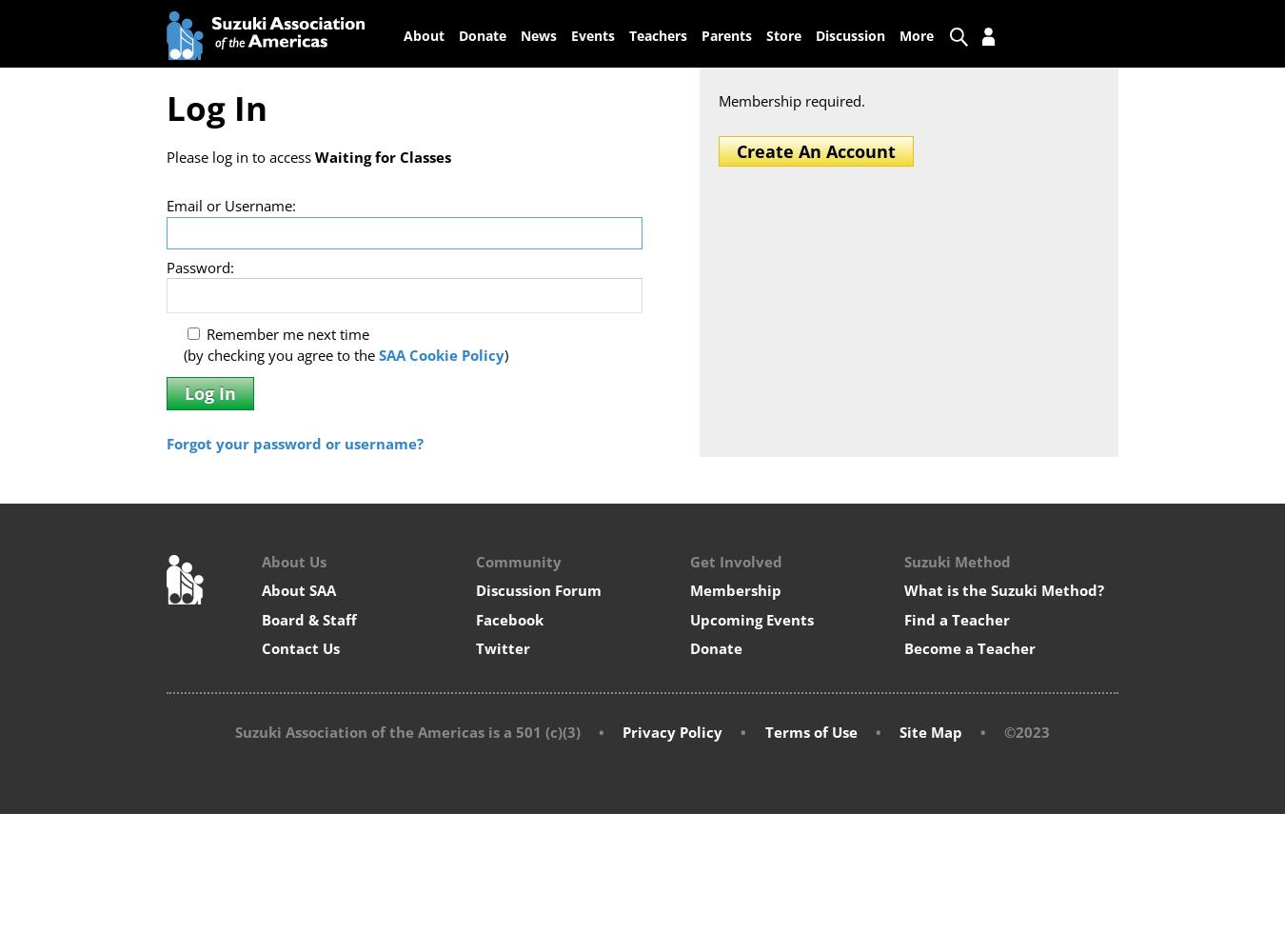 The image size is (1285, 952). What do you see at coordinates (671, 732) in the screenshot?
I see `'Privacy Policy'` at bounding box center [671, 732].